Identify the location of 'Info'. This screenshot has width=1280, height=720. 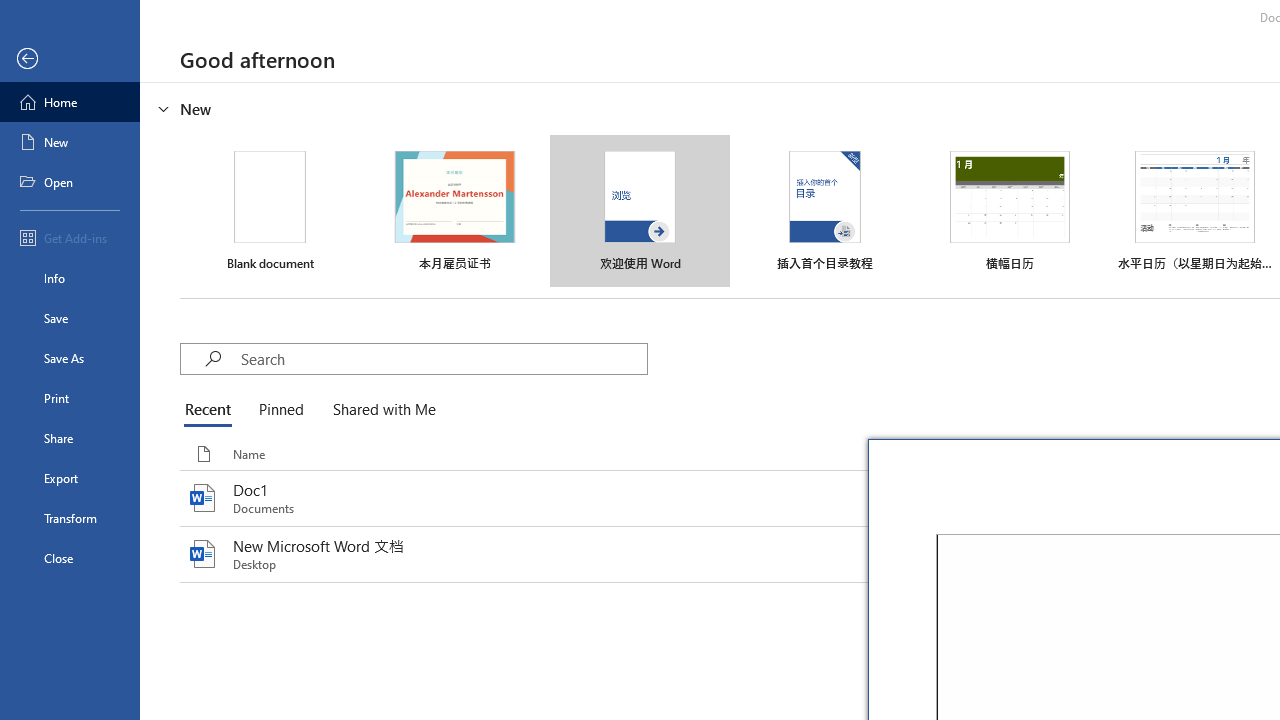
(69, 277).